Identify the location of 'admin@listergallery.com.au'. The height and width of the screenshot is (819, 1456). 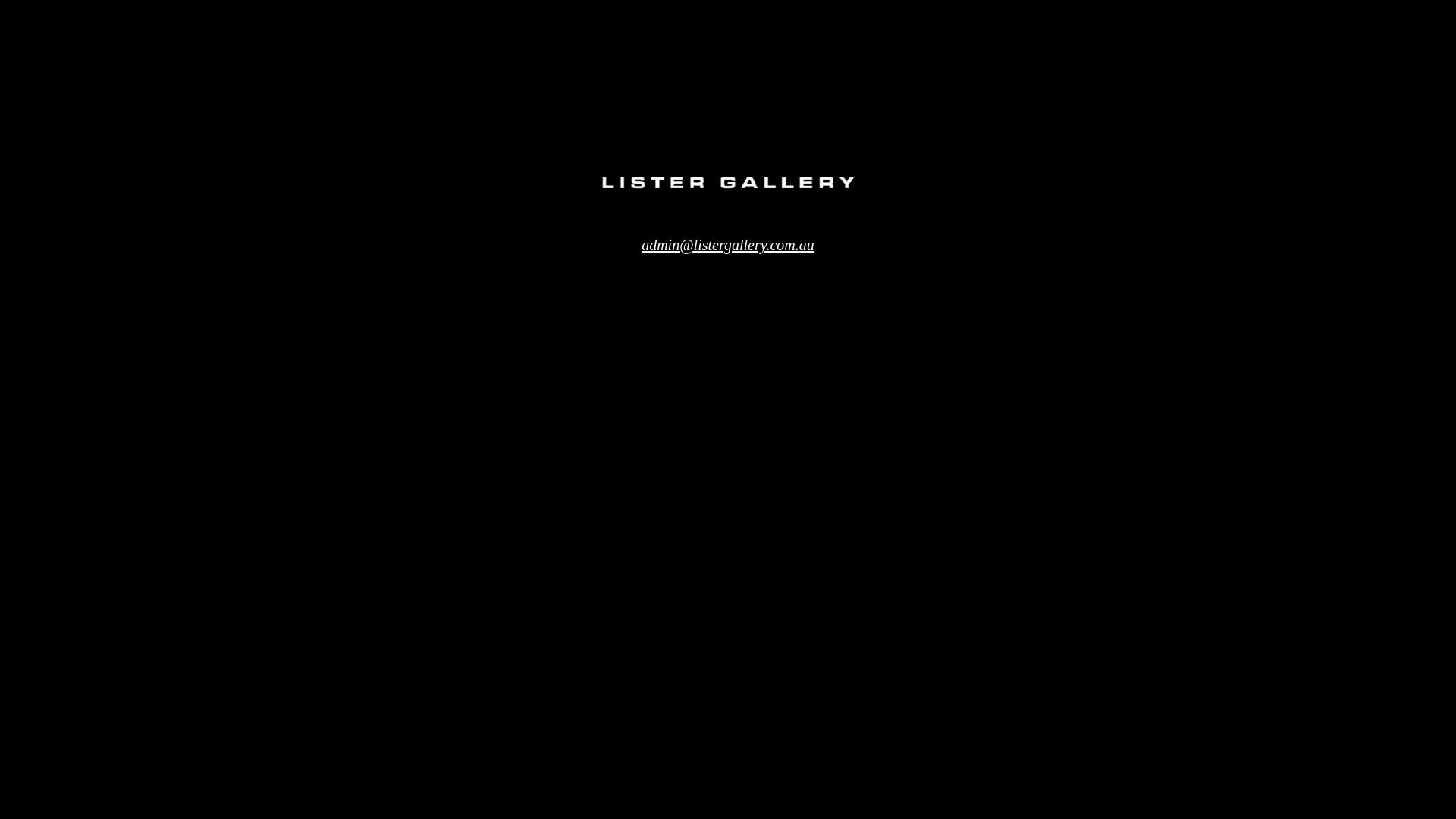
(728, 244).